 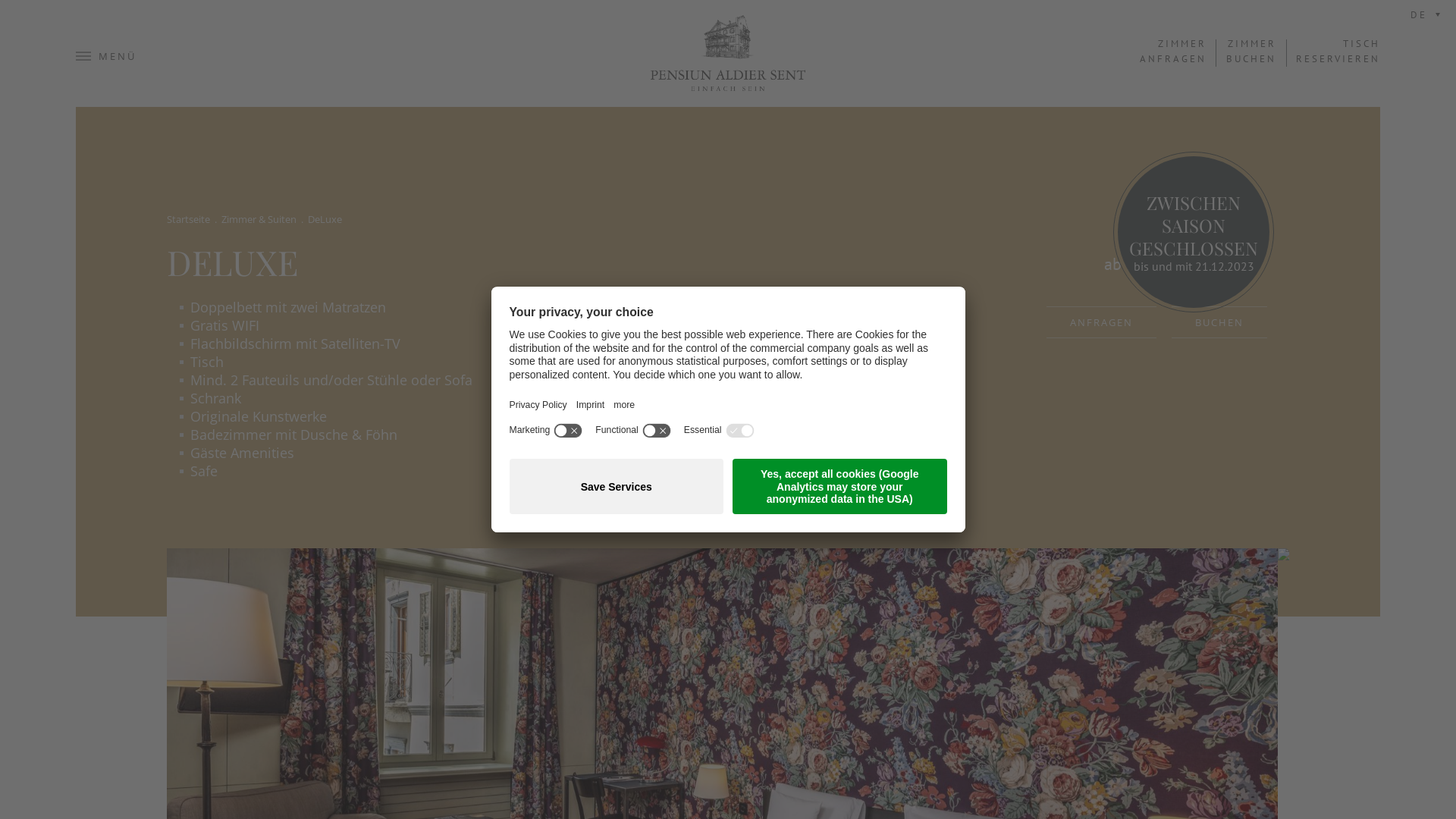 What do you see at coordinates (1426, 14) in the screenshot?
I see `'DE'` at bounding box center [1426, 14].